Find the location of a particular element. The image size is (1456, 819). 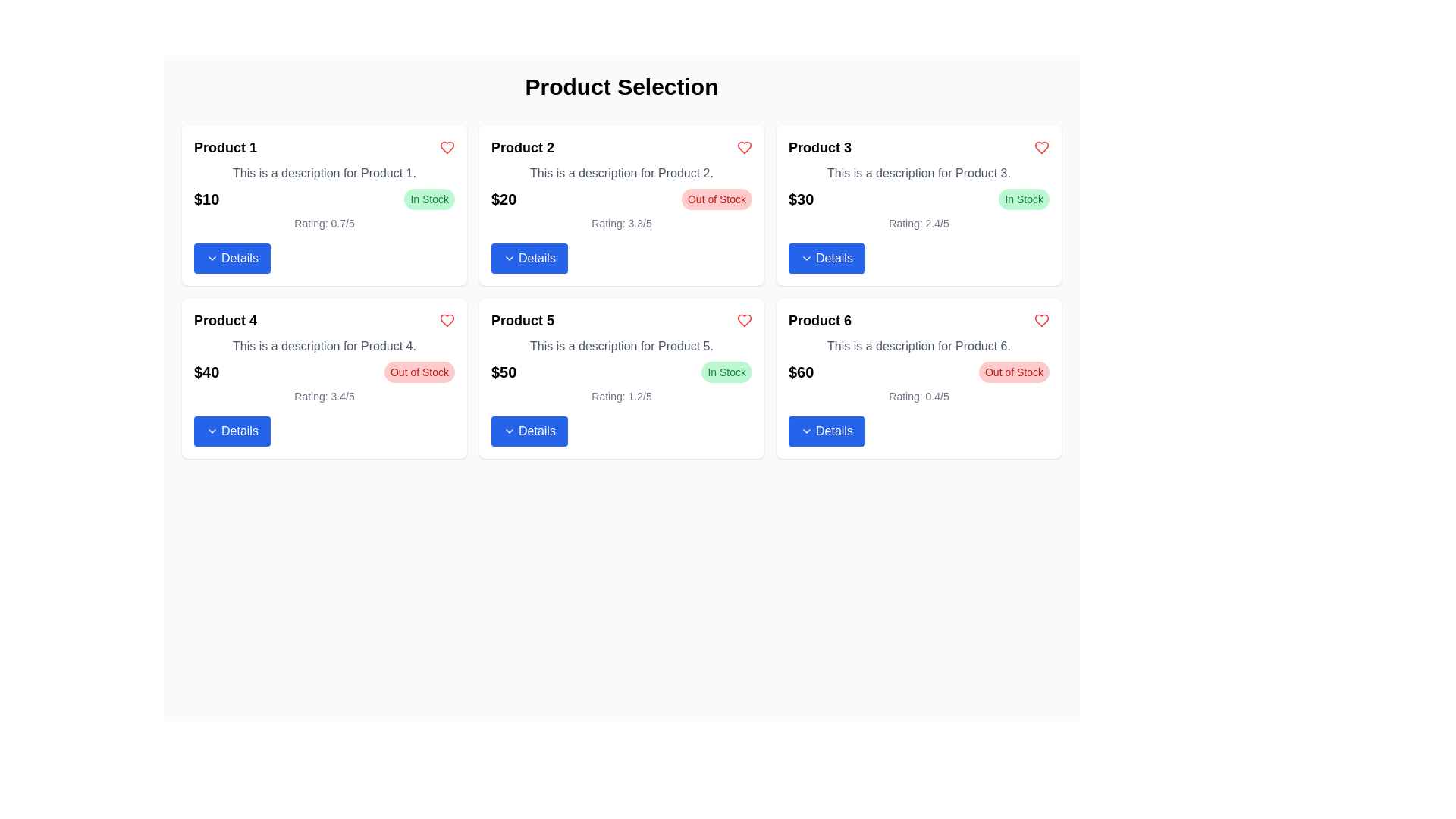

the text label providing additional information for Product 1, which is positioned below the title 'Product 1' and above the price and stock status information is located at coordinates (323, 172).